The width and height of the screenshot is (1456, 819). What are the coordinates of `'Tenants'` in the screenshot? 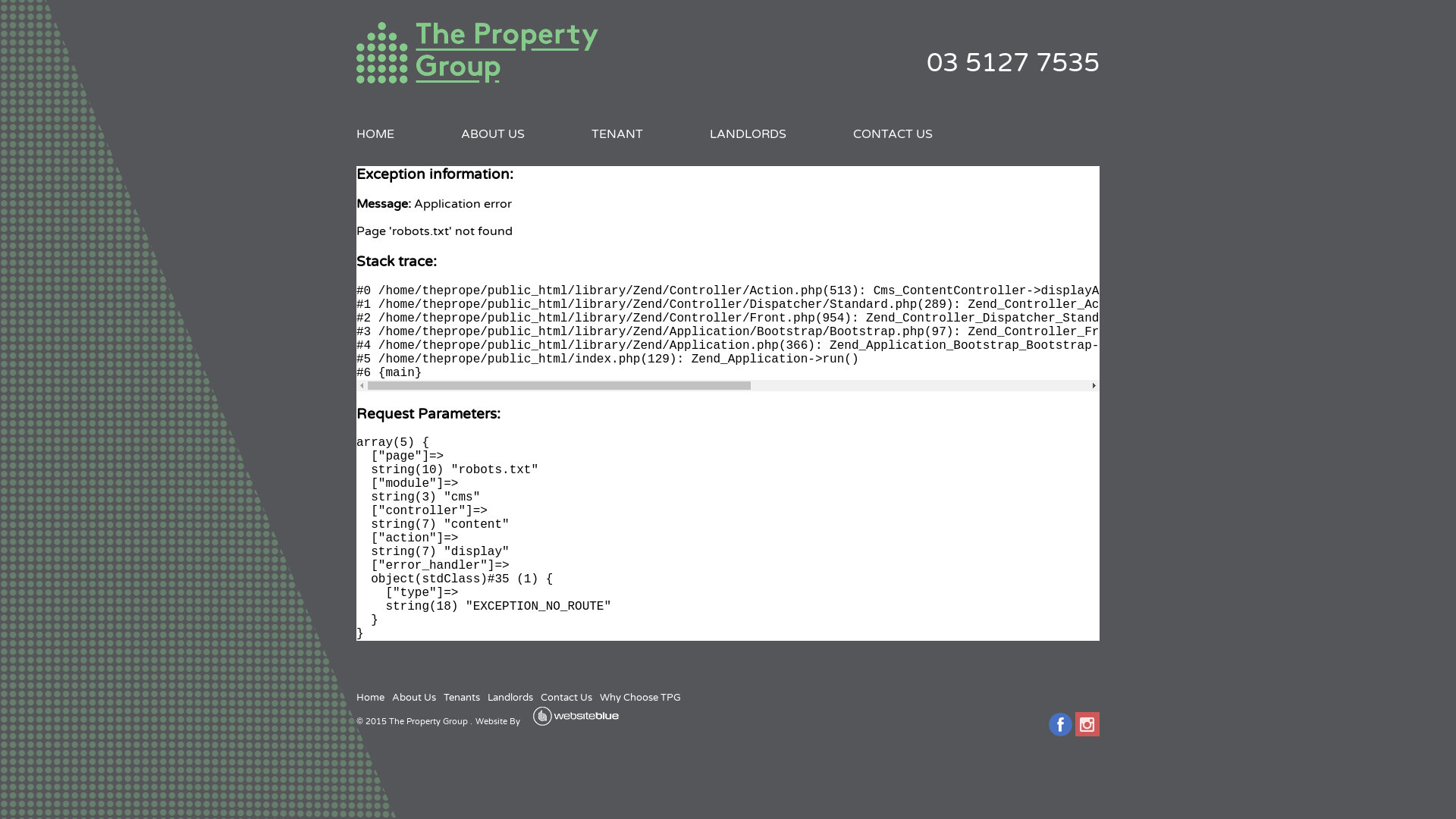 It's located at (461, 698).